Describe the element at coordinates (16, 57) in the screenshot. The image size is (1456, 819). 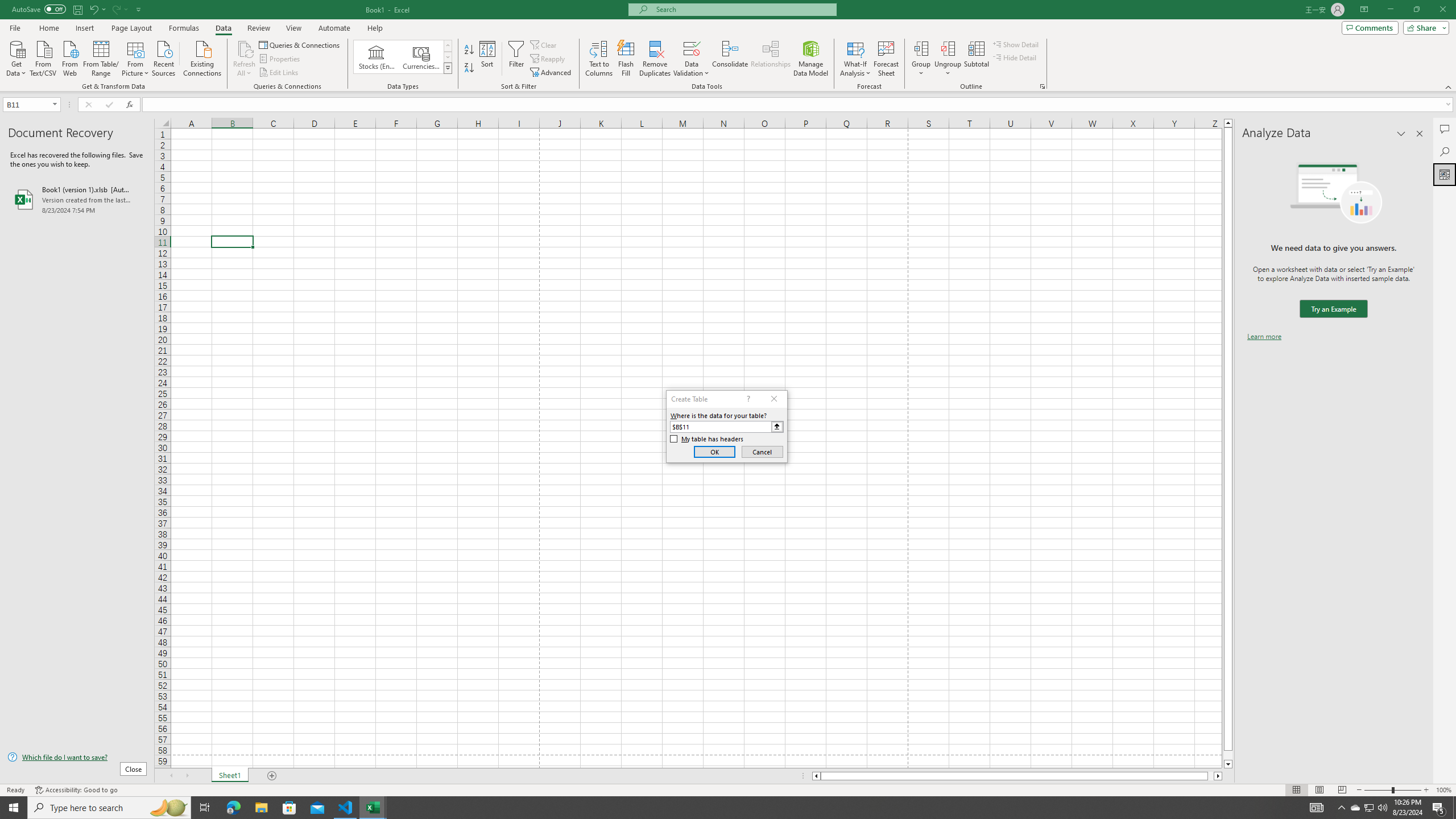
I see `'Get Data'` at that location.